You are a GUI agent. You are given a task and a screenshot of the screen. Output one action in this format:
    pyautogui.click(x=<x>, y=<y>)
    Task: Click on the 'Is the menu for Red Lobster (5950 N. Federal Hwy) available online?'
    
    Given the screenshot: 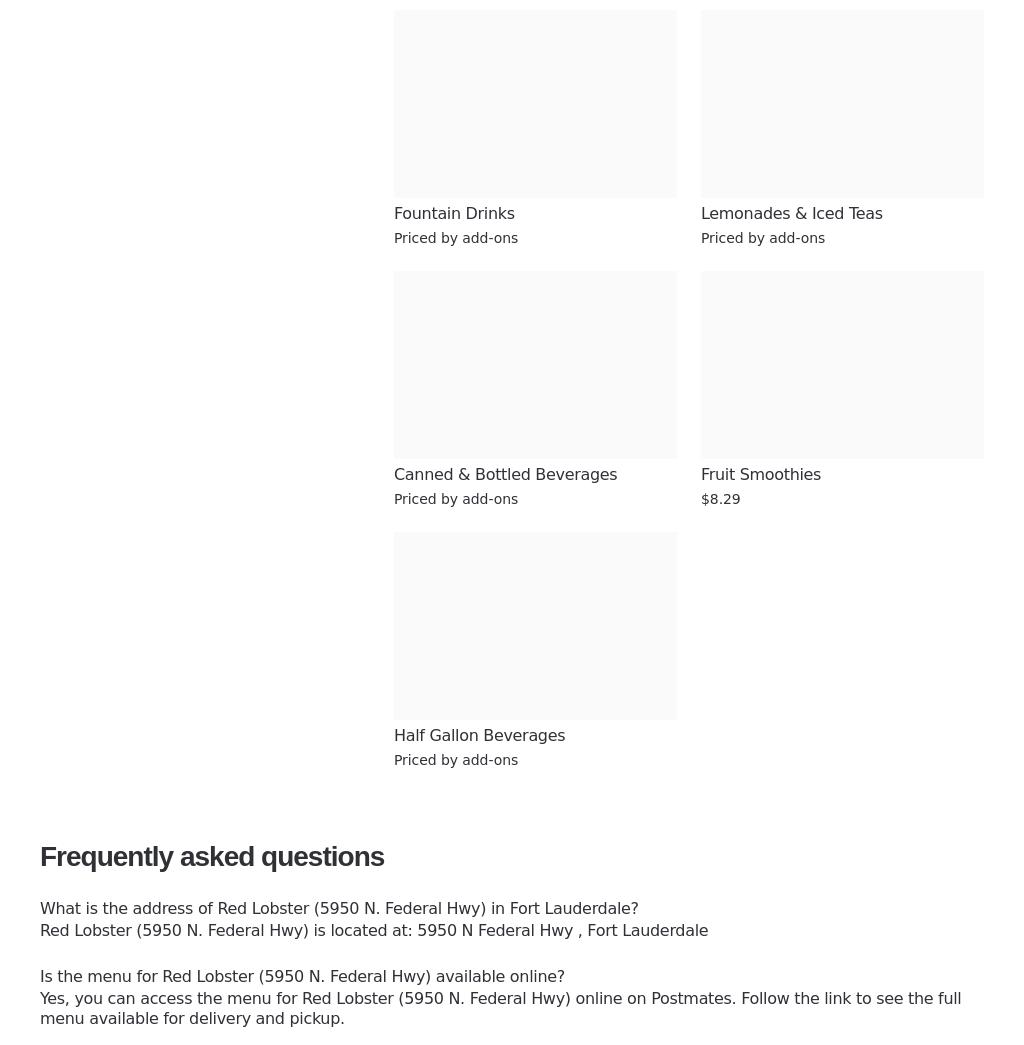 What is the action you would take?
    pyautogui.click(x=300, y=975)
    